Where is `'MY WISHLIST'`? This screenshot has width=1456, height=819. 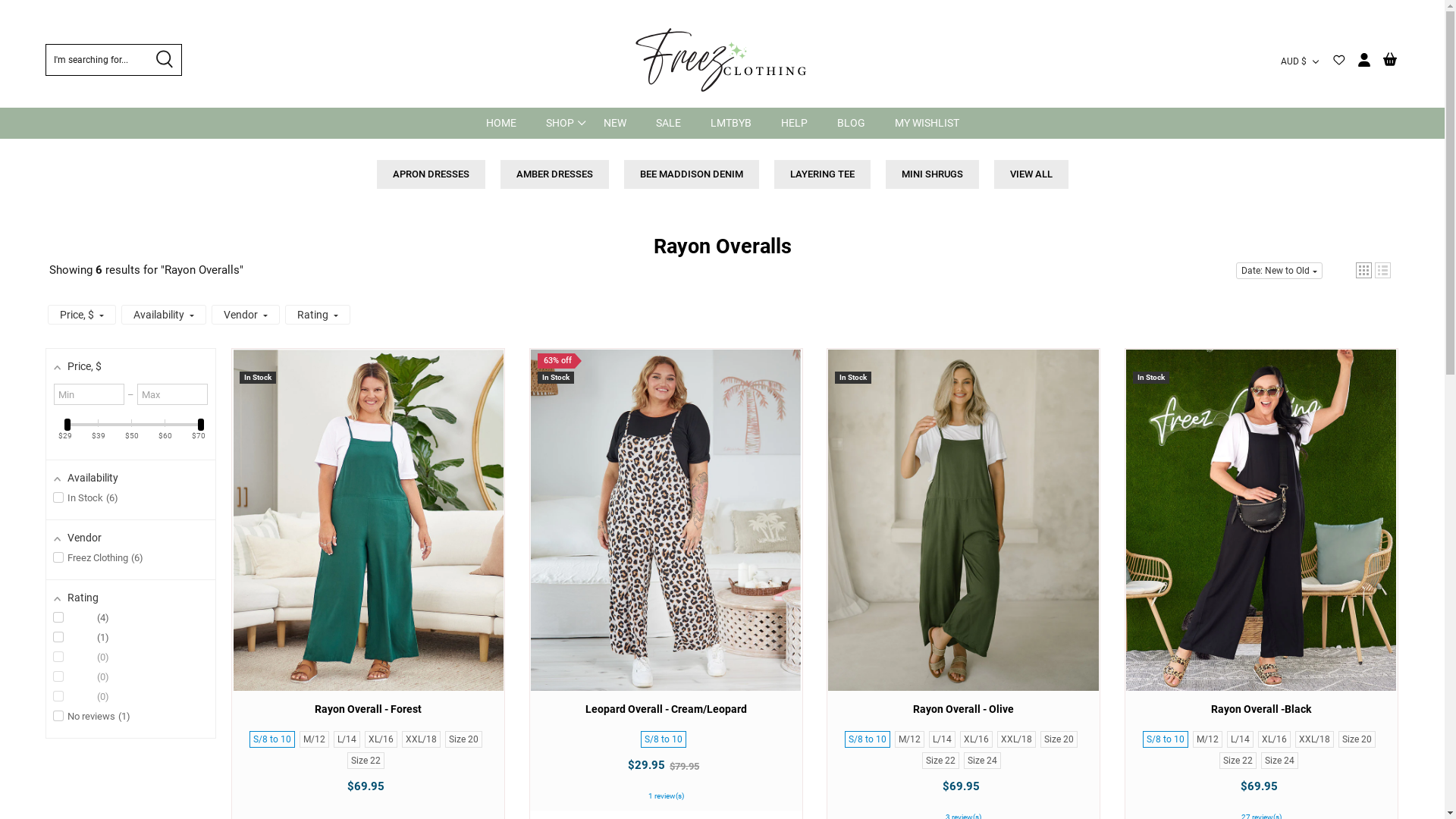
'MY WISHLIST' is located at coordinates (926, 122).